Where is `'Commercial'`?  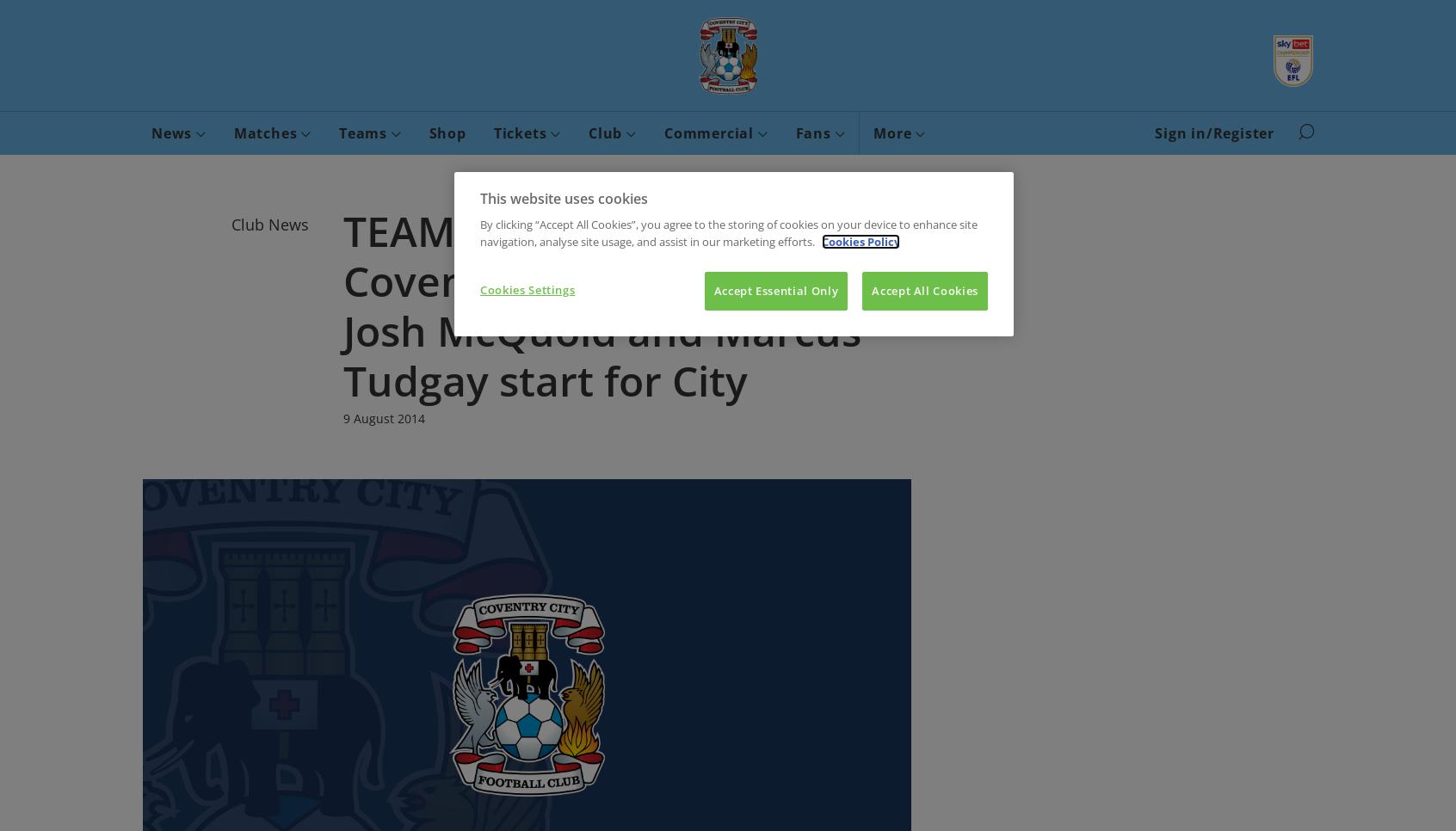
'Commercial' is located at coordinates (663, 132).